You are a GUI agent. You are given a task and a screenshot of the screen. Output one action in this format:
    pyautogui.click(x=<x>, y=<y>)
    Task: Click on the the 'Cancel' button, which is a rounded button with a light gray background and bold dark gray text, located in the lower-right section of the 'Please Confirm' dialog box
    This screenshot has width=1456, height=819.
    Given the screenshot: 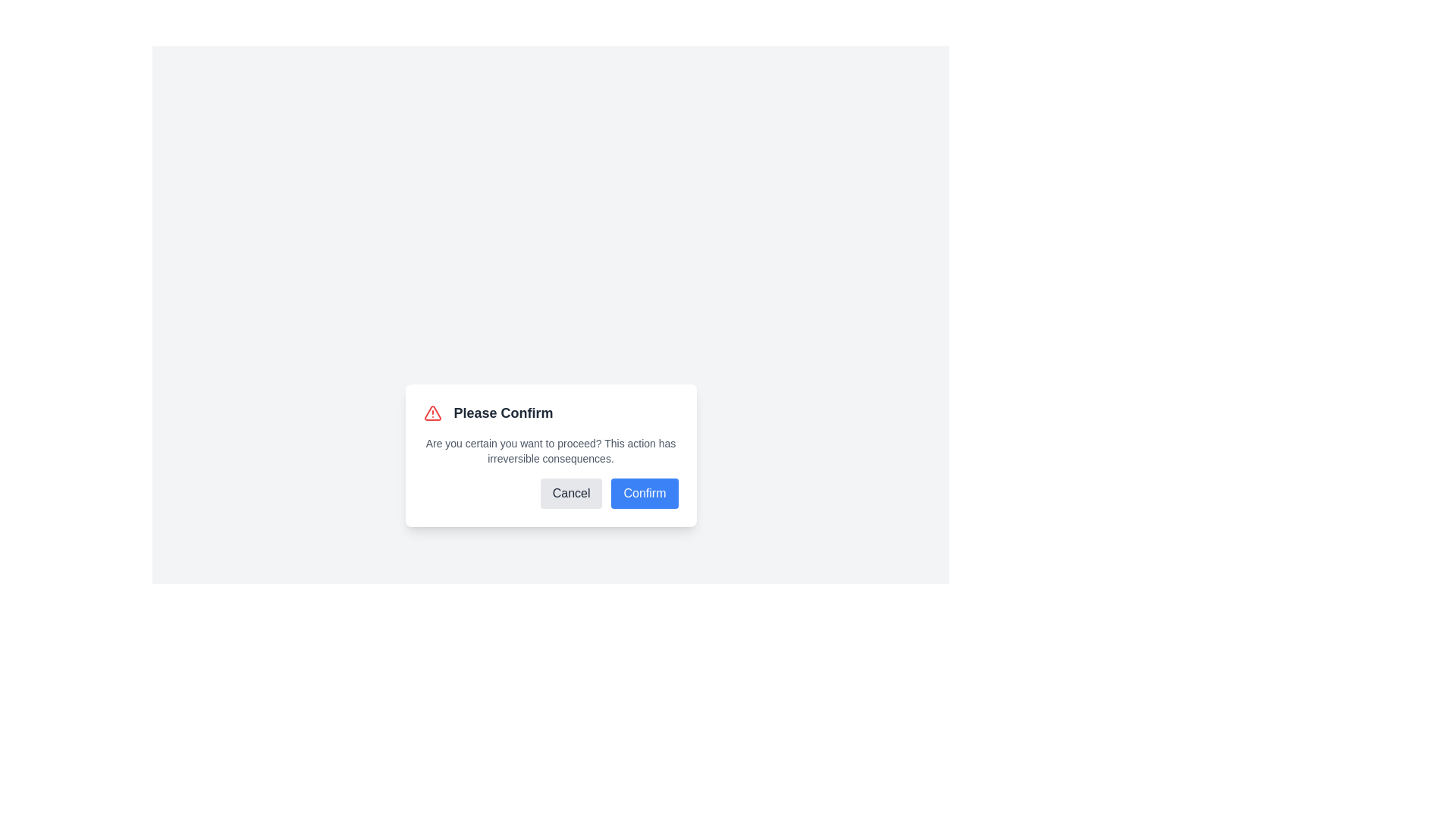 What is the action you would take?
    pyautogui.click(x=570, y=494)
    